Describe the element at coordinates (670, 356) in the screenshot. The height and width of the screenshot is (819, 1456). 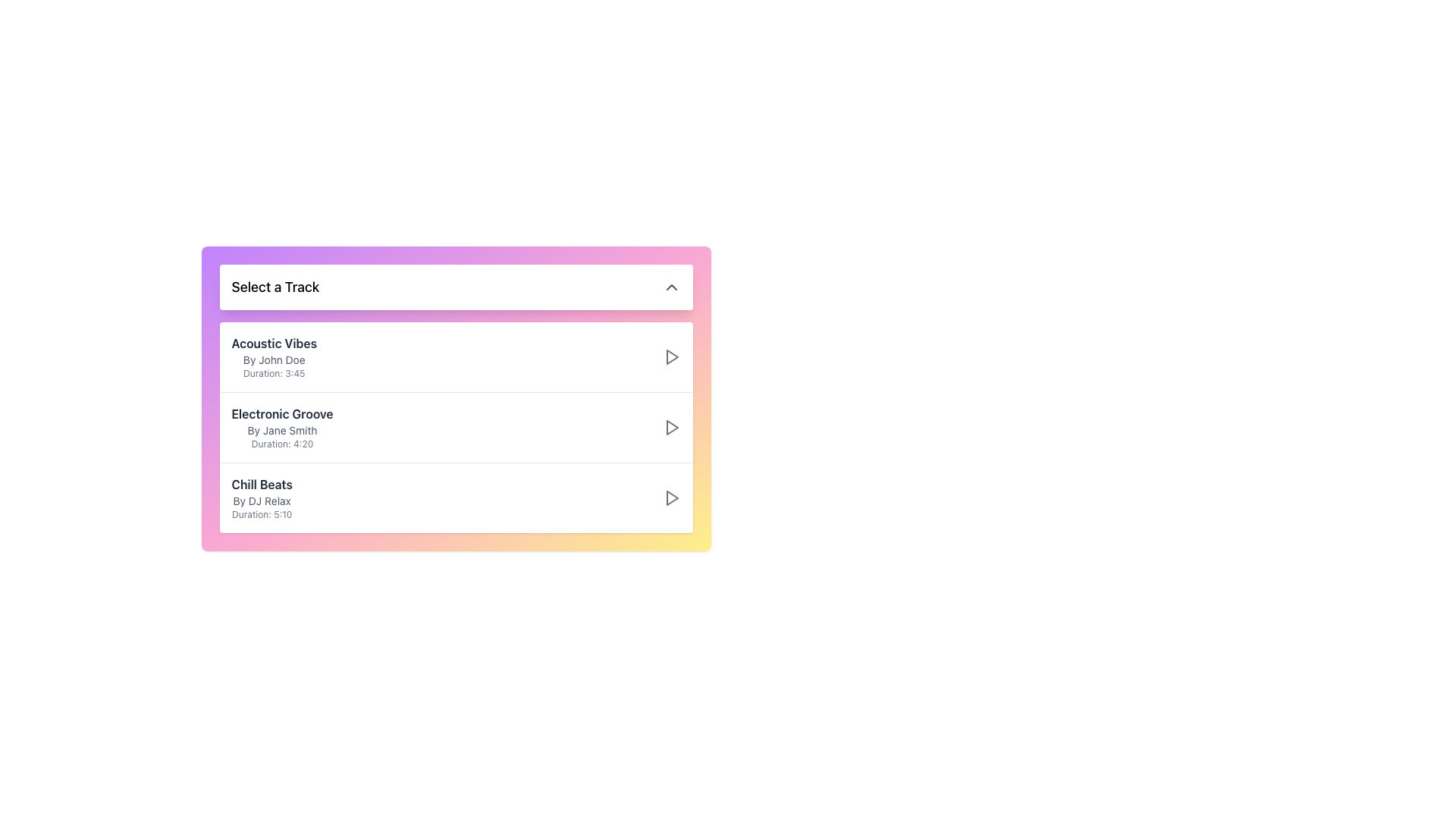
I see `the triangular play button icon located at the far-right side of the first row next to the text 'Acoustic Vibes.' to play the associated track` at that location.